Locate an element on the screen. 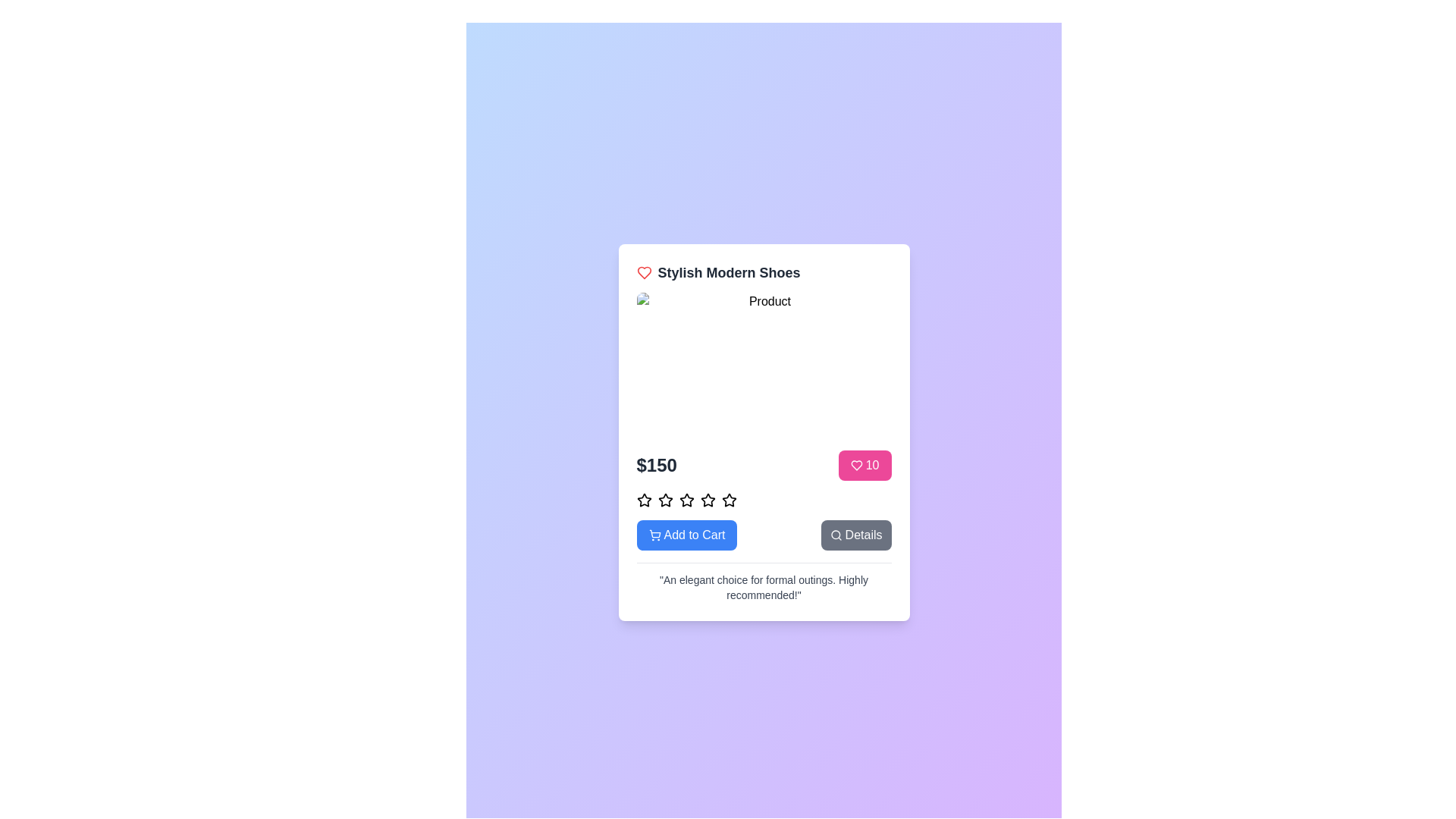 The width and height of the screenshot is (1456, 819). the fifth star icon in the 5-star rating component is located at coordinates (729, 500).